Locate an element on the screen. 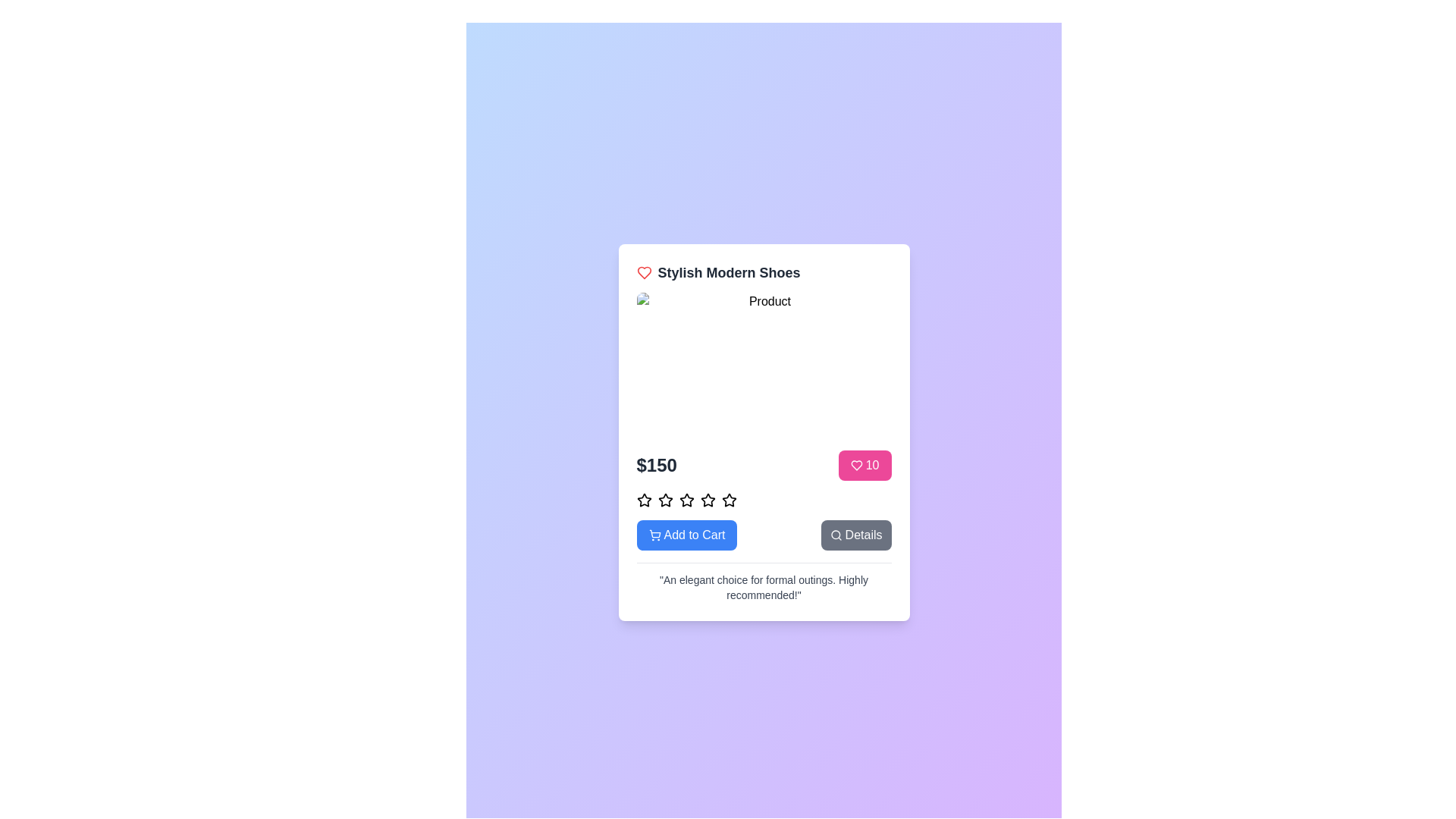 The width and height of the screenshot is (1456, 819). the fifth star icon in the 5-star rating component is located at coordinates (729, 500).